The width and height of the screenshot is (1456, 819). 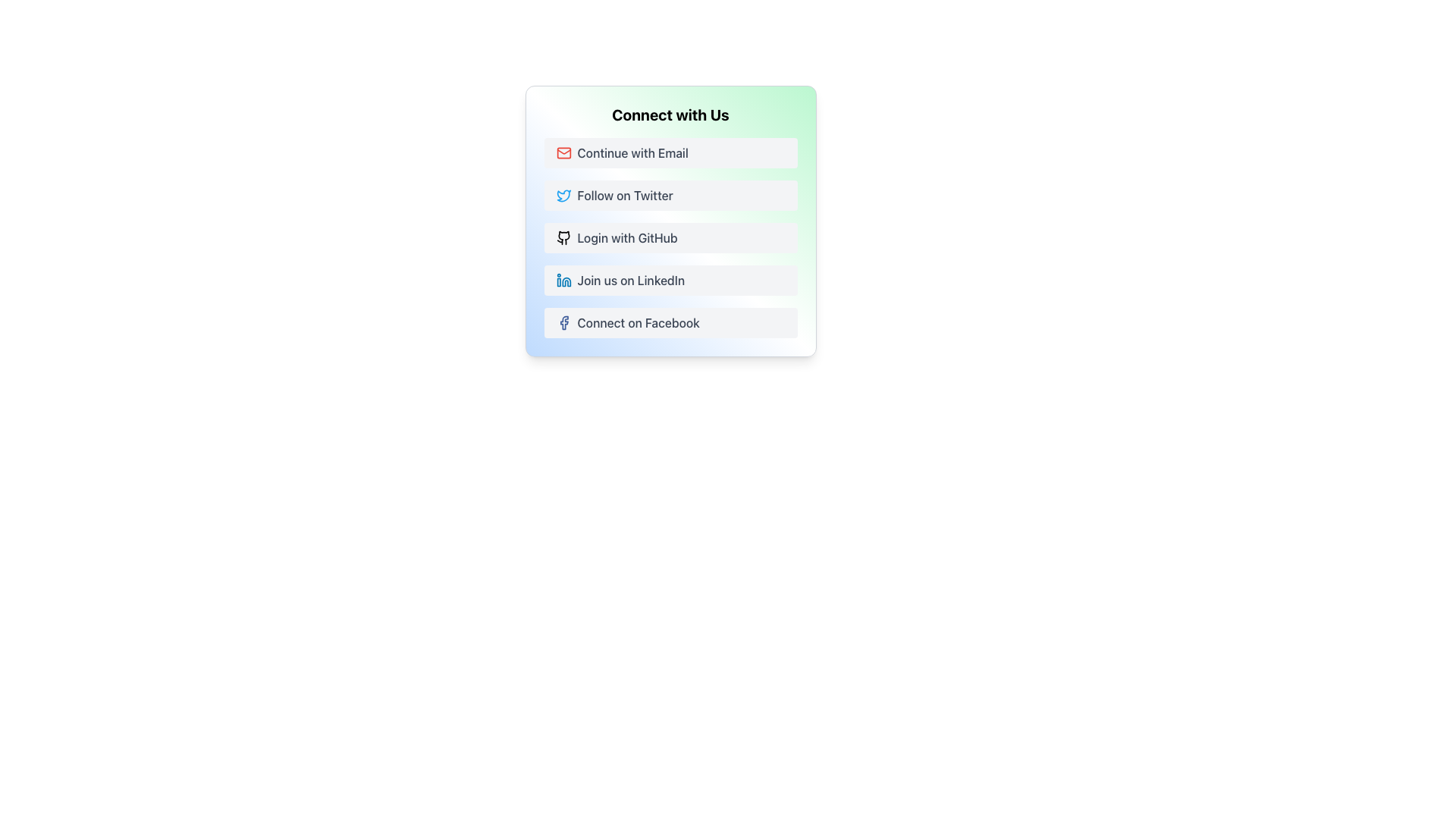 I want to click on the GitHub logo icon, which is a black vector graphic shaped like a cat silhouette, located within the 'Login with GitHub' button in the third row of social login options, so click(x=563, y=237).